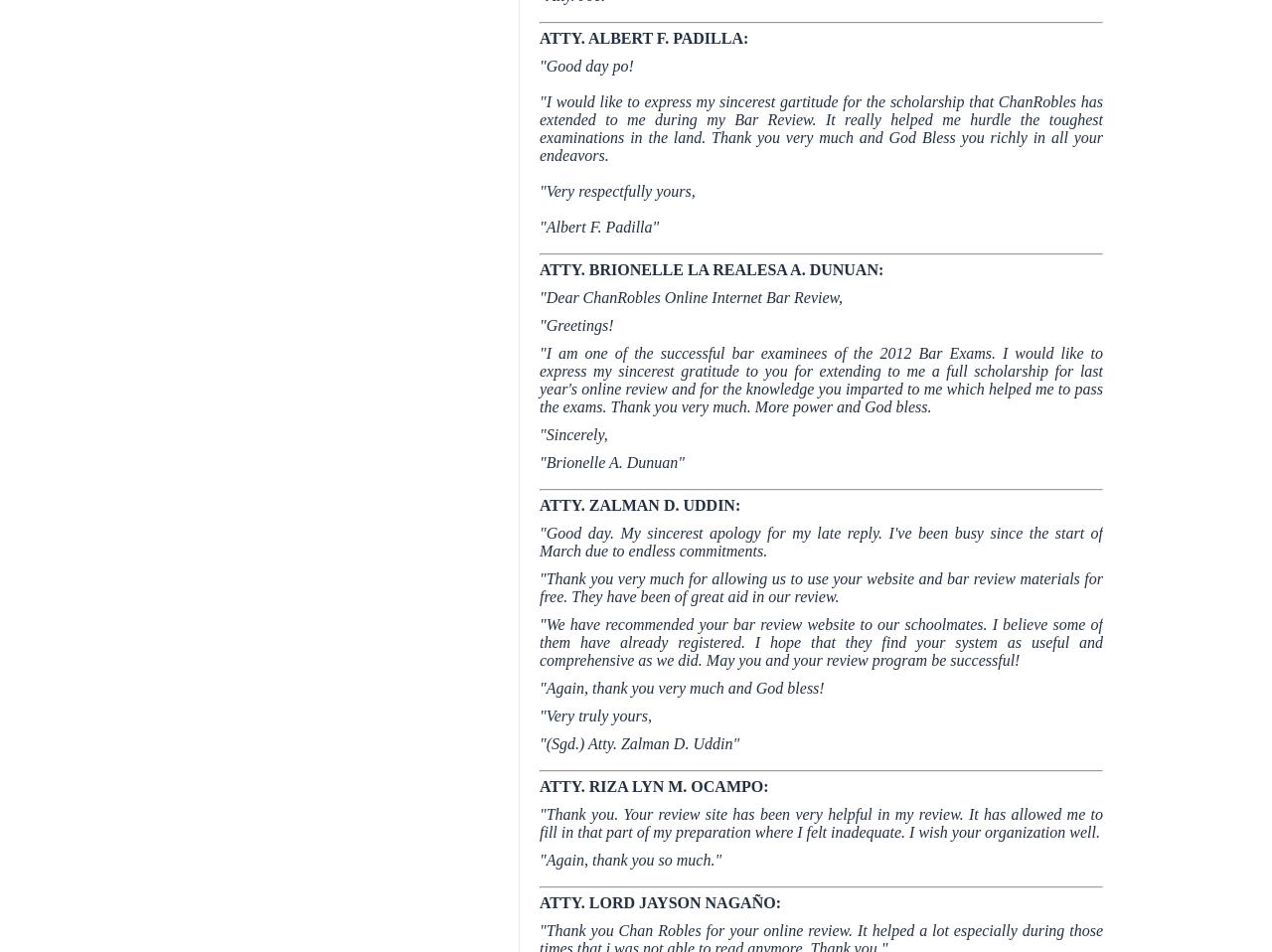 Image resolution: width=1272 pixels, height=952 pixels. I want to click on '"Thank you. Your review site has been very helpful in my review. It has allowed me to fill in that part of my preparation where I felt inadequate. I wish your organization well.', so click(821, 822).